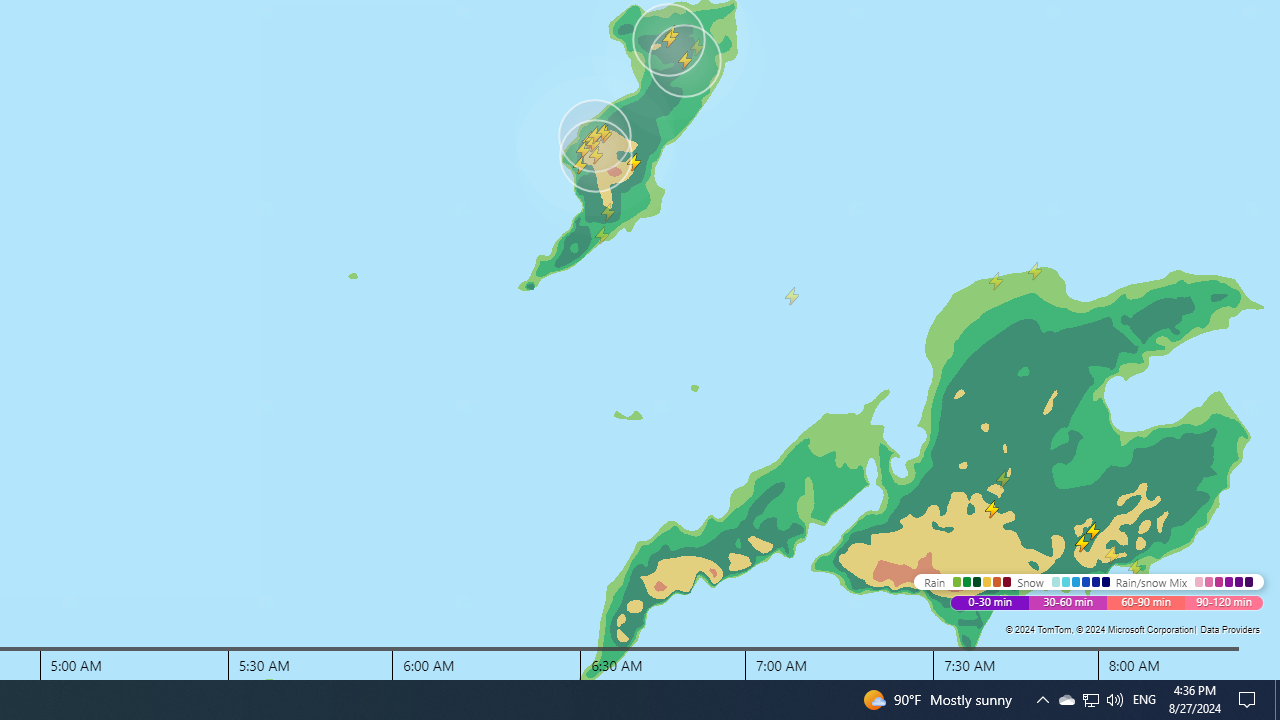 The width and height of the screenshot is (1280, 720). I want to click on 'Tray Input Indicator - English (United States)', so click(1113, 698).